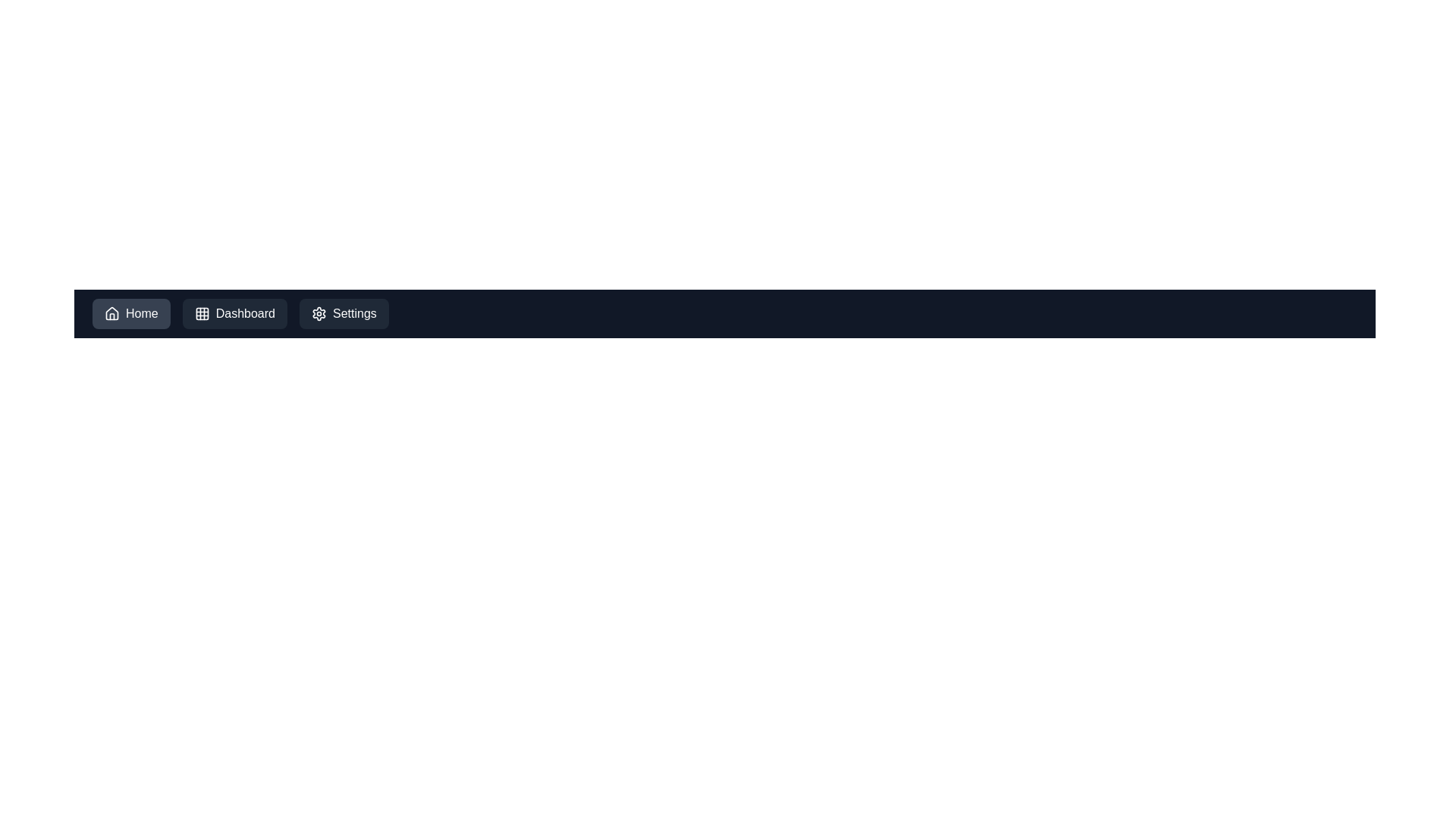 The width and height of the screenshot is (1456, 819). I want to click on the settings button located as the third button from the left in the horizontal navigation bar, so click(343, 312).